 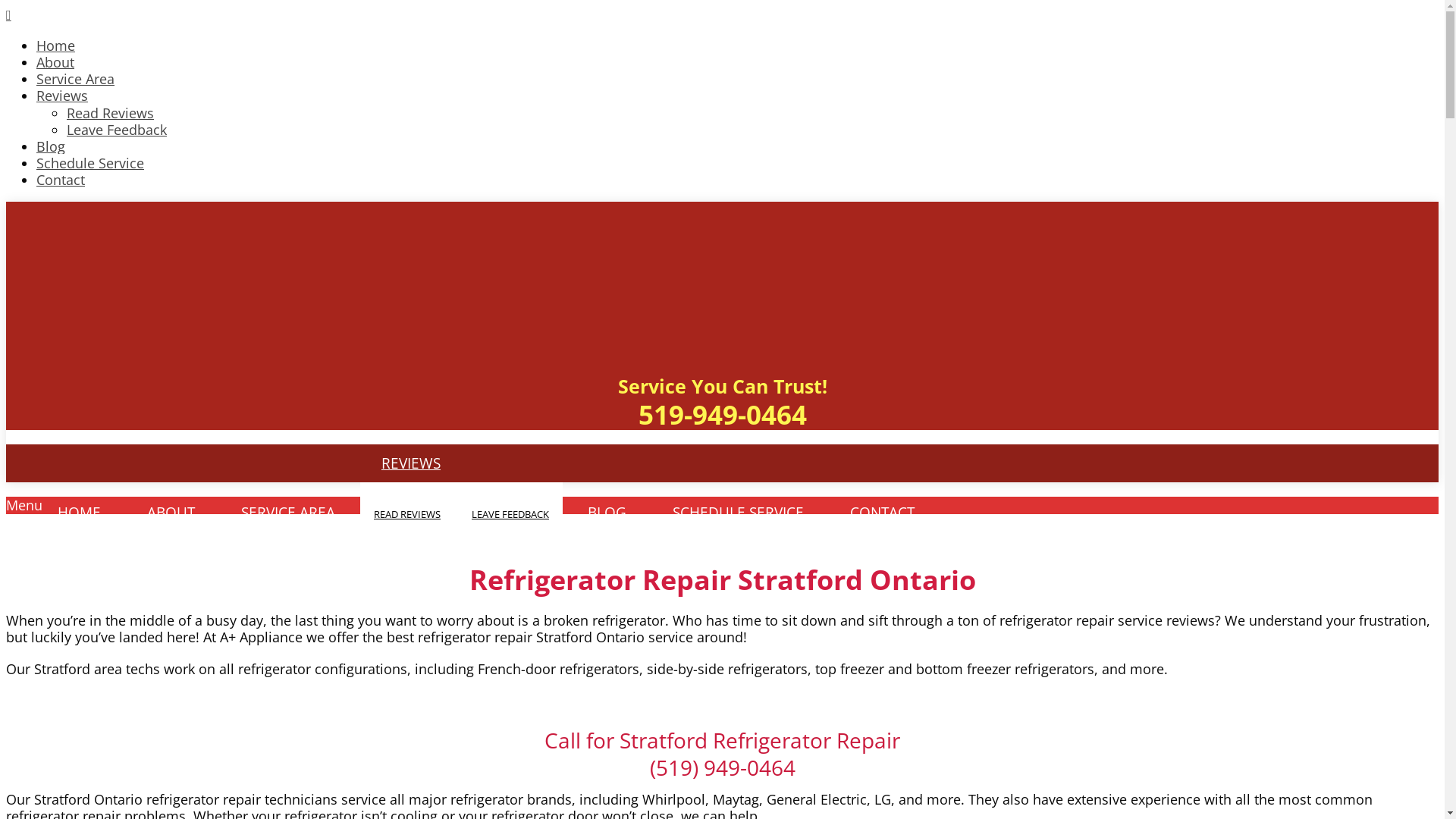 I want to click on 'About', so click(x=55, y=61).